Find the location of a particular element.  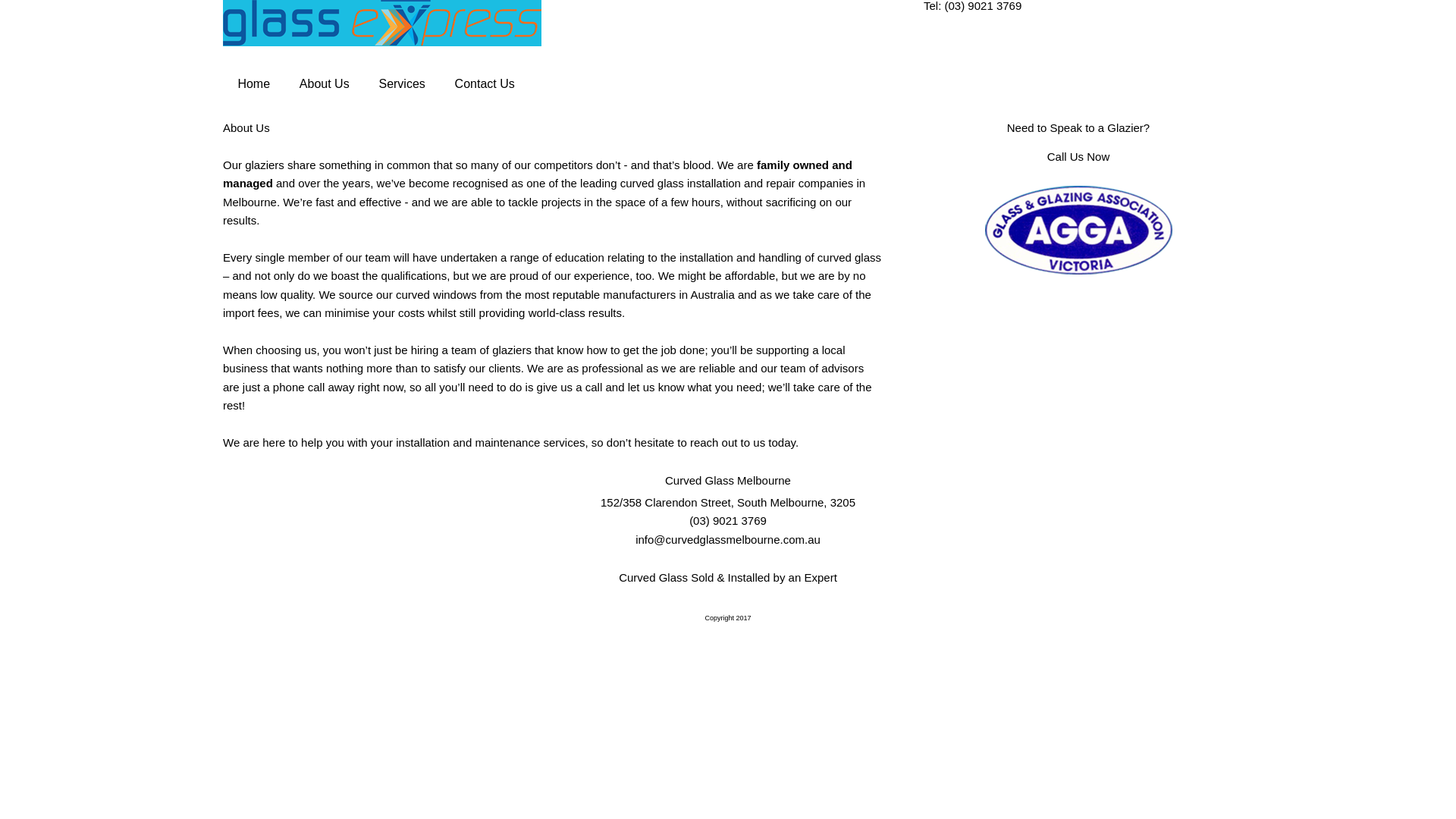

'About Us' is located at coordinates (323, 84).